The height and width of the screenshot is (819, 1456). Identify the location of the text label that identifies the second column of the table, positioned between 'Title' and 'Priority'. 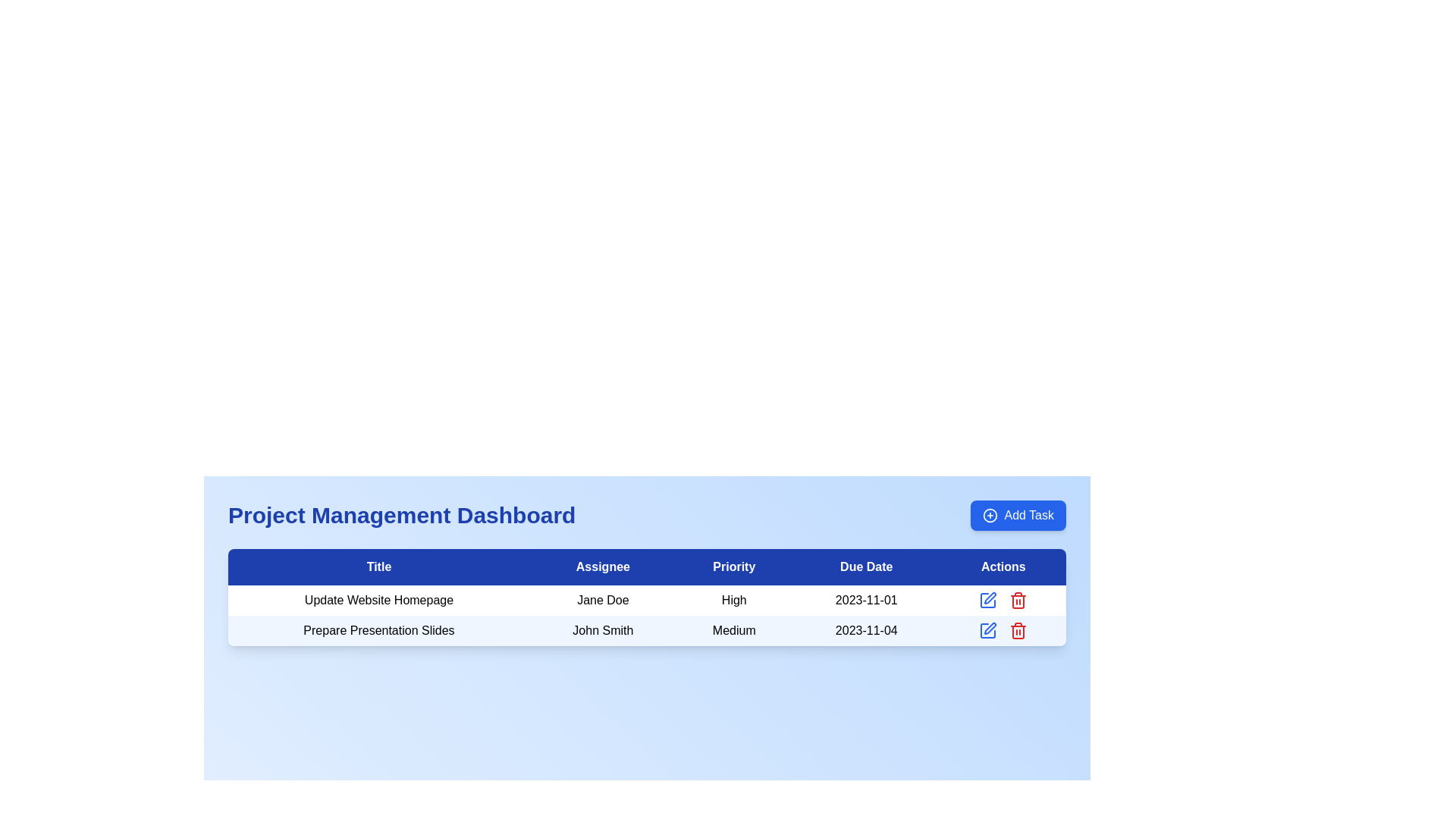
(602, 567).